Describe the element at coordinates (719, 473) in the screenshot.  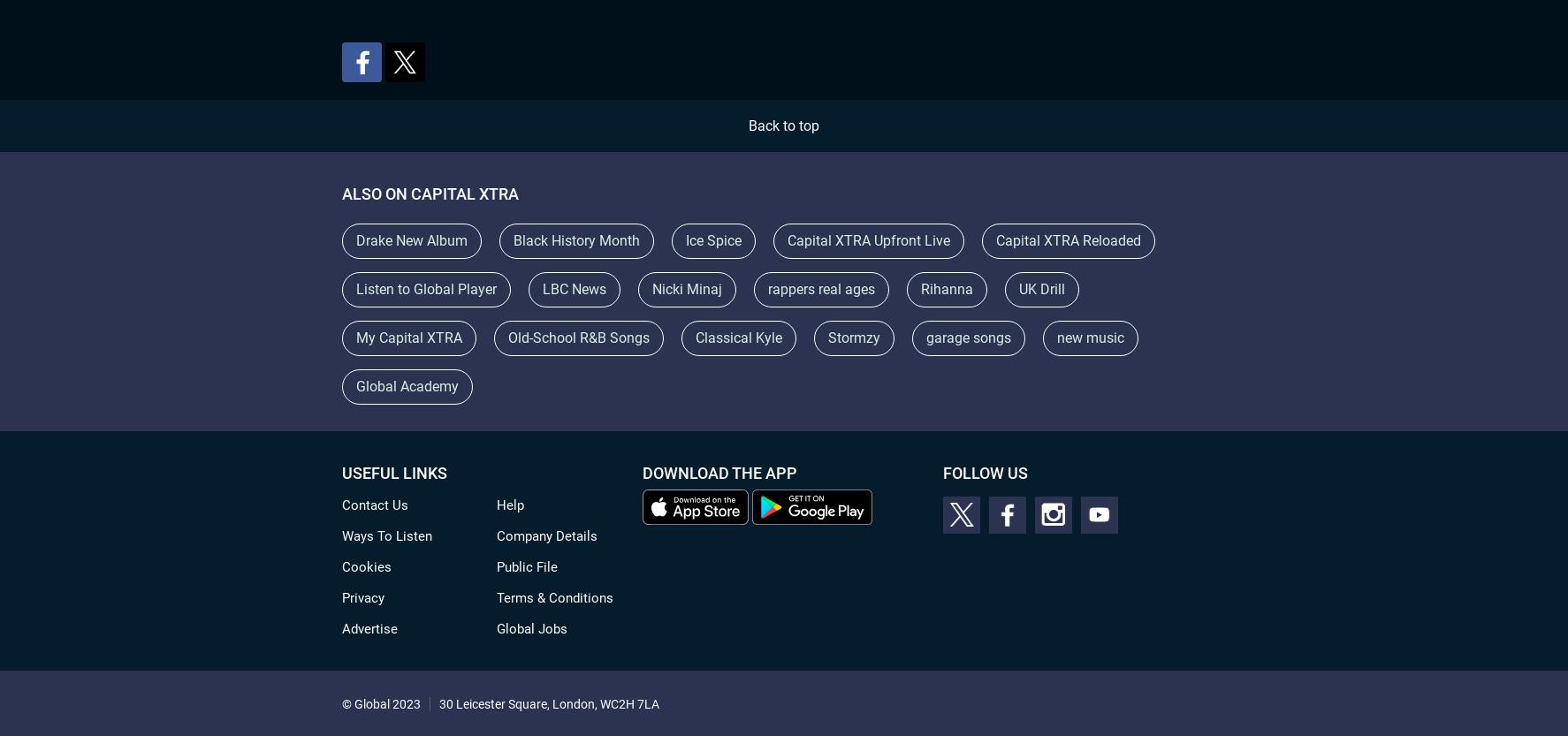
I see `'Download the app'` at that location.